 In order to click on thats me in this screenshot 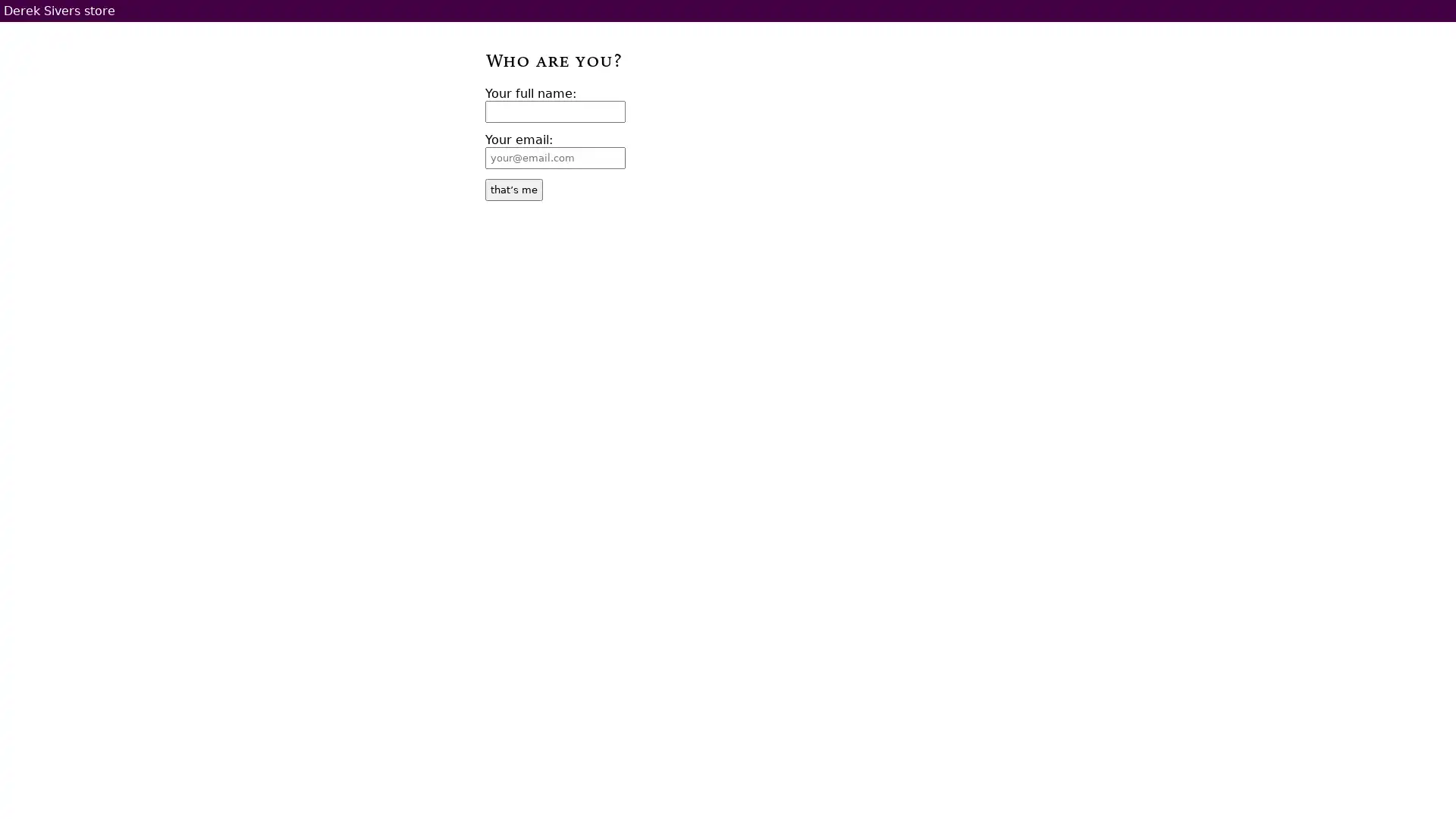, I will do `click(513, 189)`.